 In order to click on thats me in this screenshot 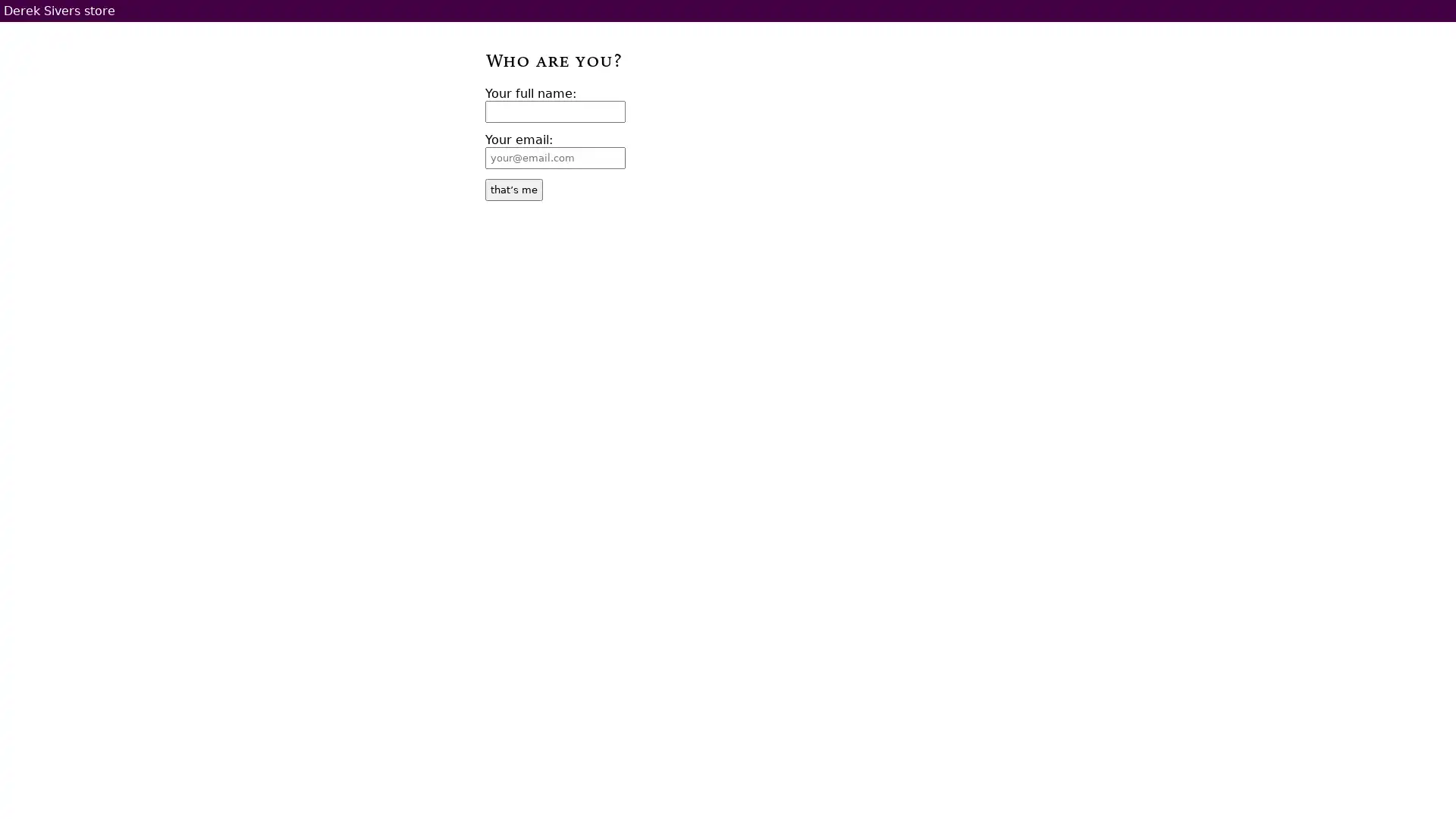, I will do `click(513, 189)`.